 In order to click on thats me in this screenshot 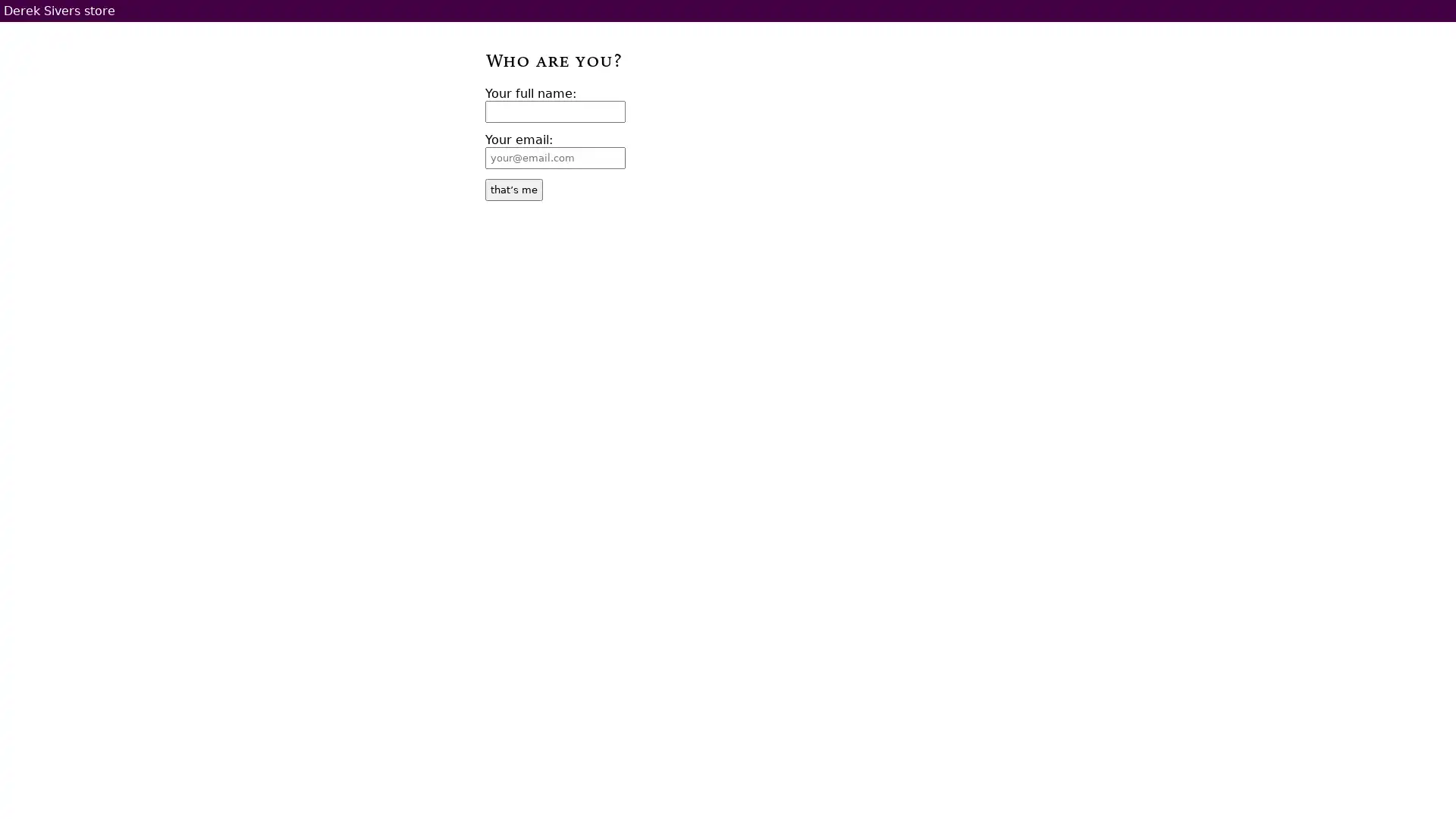, I will do `click(513, 189)`.